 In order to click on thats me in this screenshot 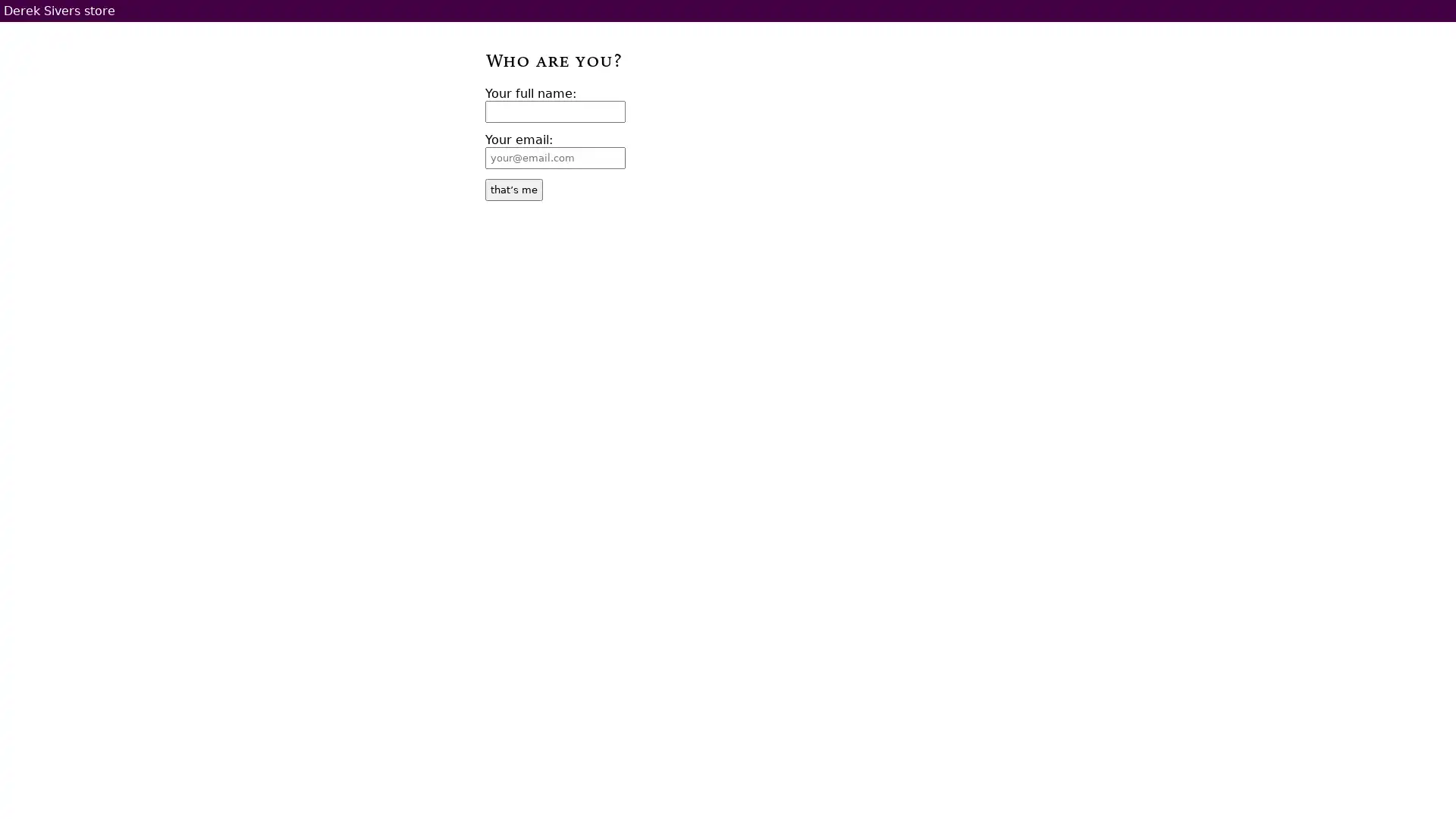, I will do `click(513, 189)`.